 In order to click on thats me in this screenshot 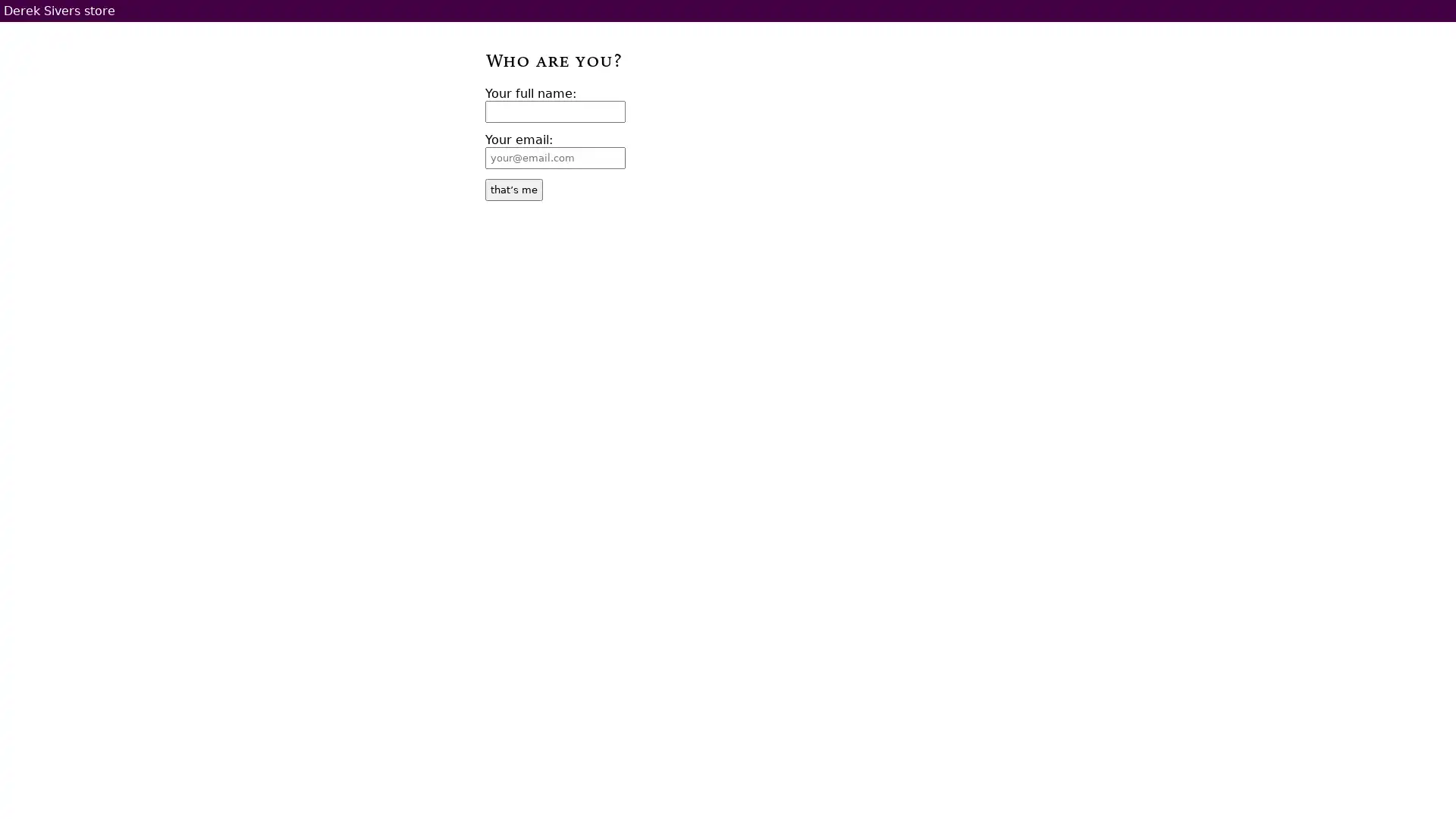, I will do `click(513, 189)`.